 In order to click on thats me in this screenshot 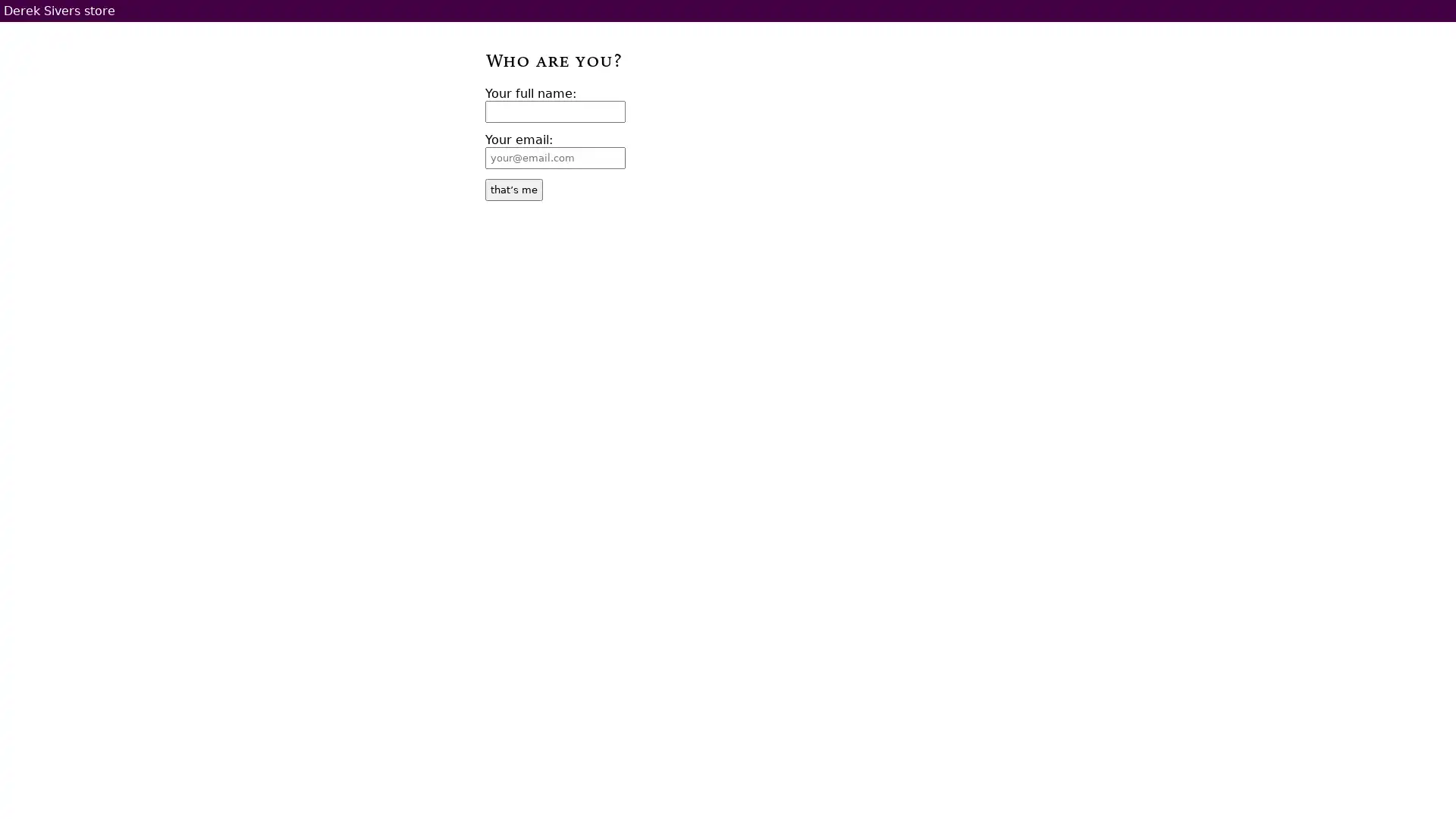, I will do `click(513, 189)`.